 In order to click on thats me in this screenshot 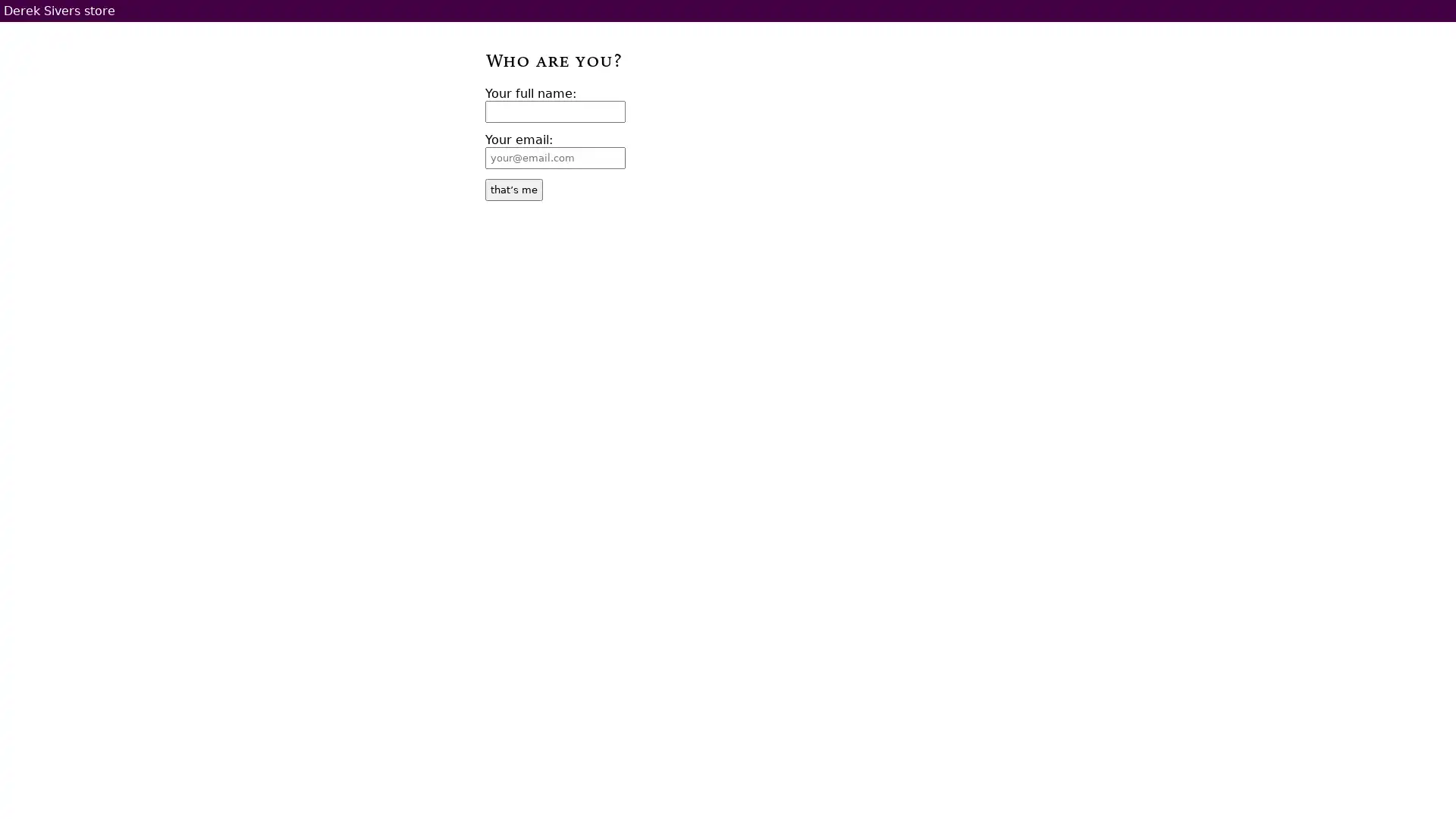, I will do `click(513, 189)`.